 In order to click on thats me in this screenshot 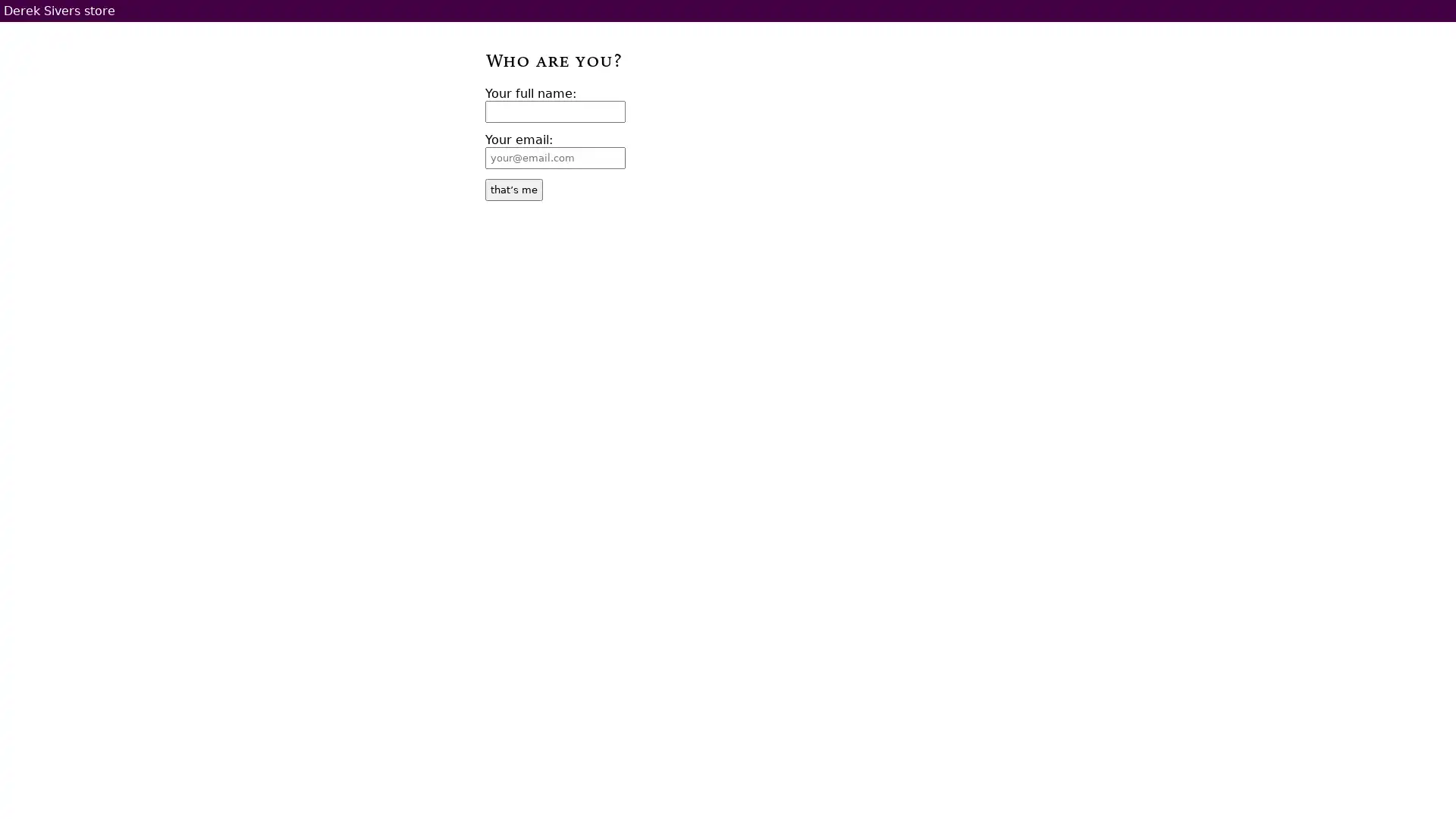, I will do `click(513, 189)`.